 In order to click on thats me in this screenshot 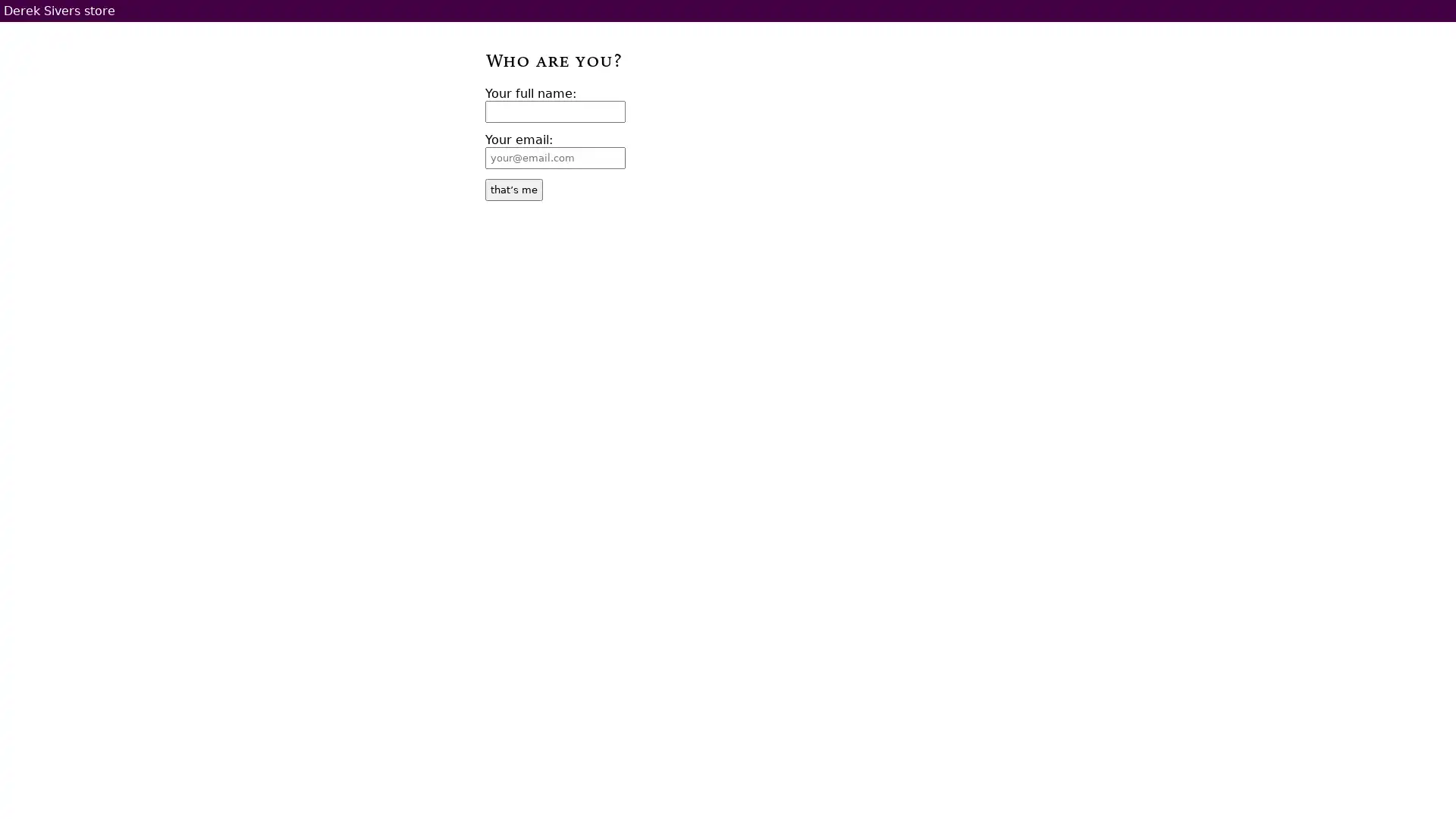, I will do `click(513, 189)`.